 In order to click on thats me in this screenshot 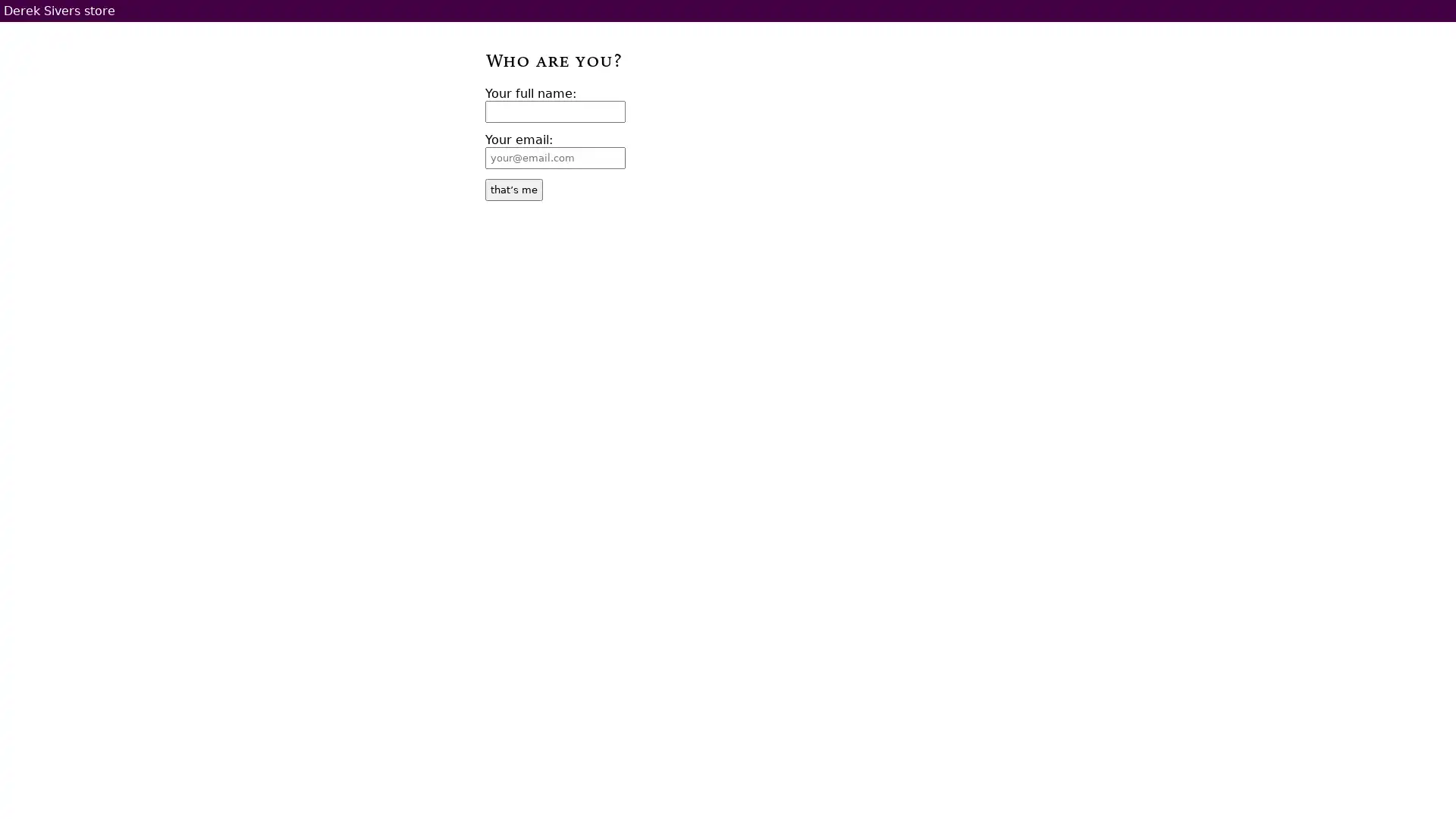, I will do `click(513, 189)`.